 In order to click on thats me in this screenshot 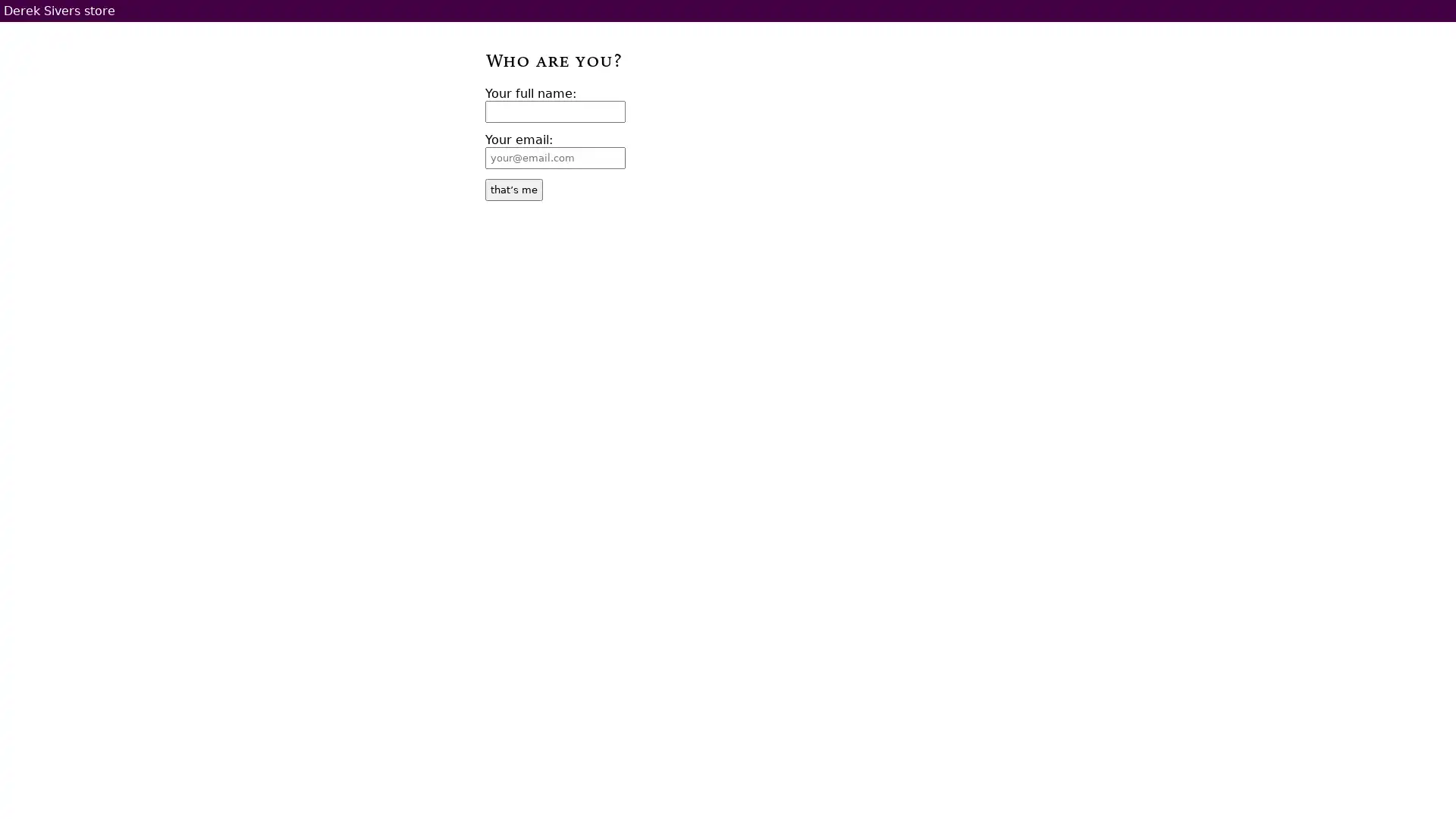, I will do `click(513, 189)`.